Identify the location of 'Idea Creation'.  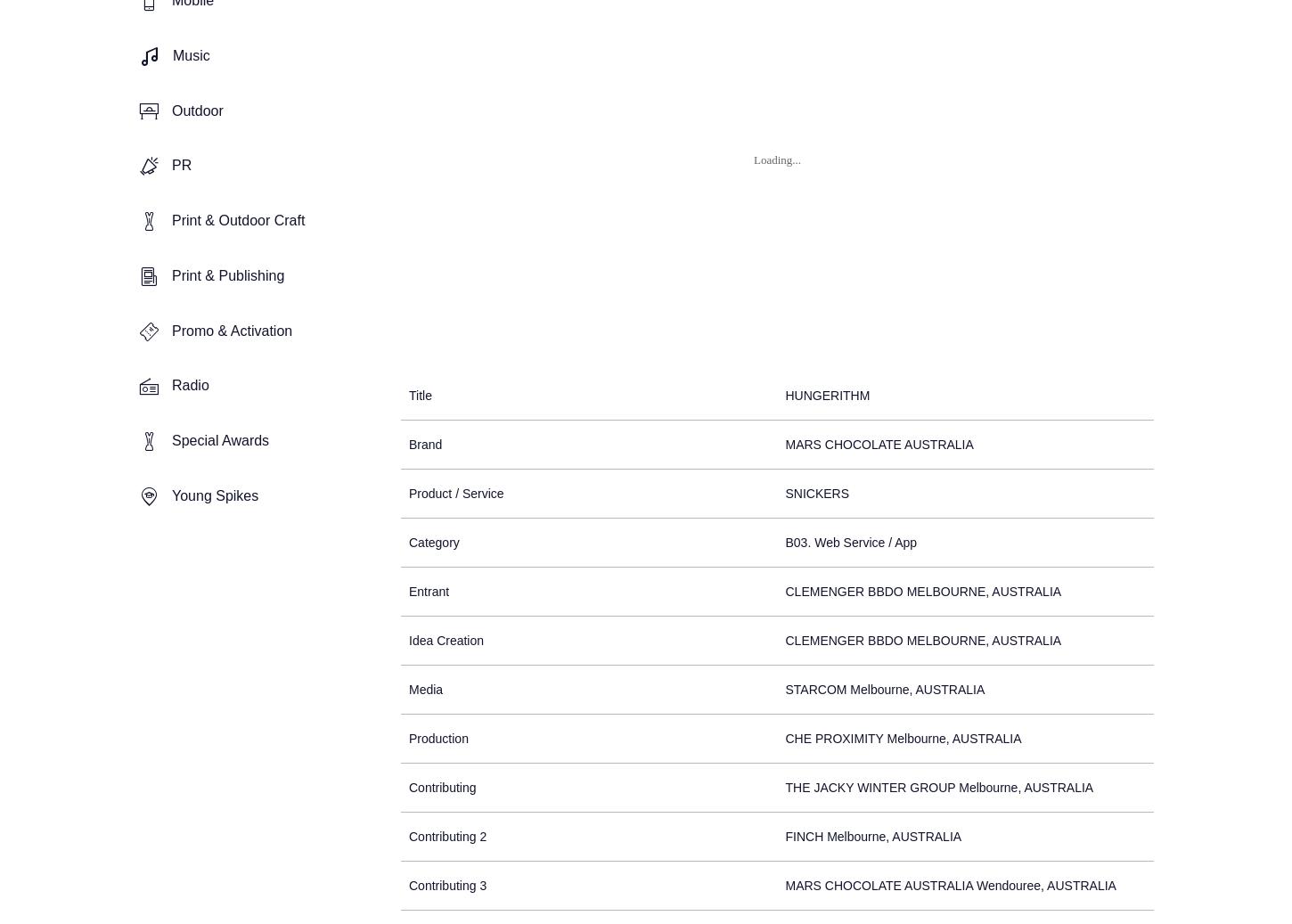
(446, 640).